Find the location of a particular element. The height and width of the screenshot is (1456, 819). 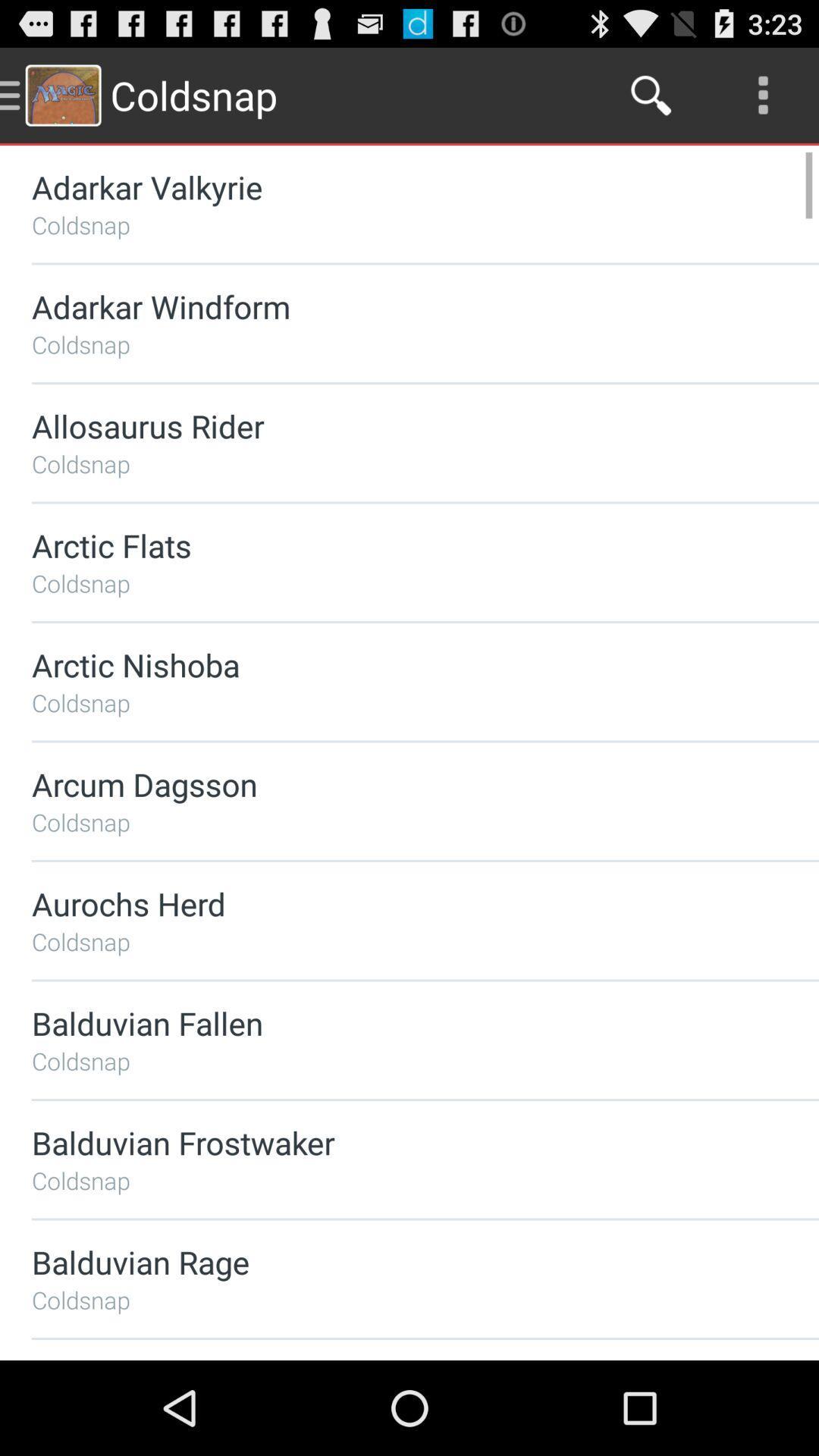

the balduvian frostwaker is located at coordinates (384, 1142).